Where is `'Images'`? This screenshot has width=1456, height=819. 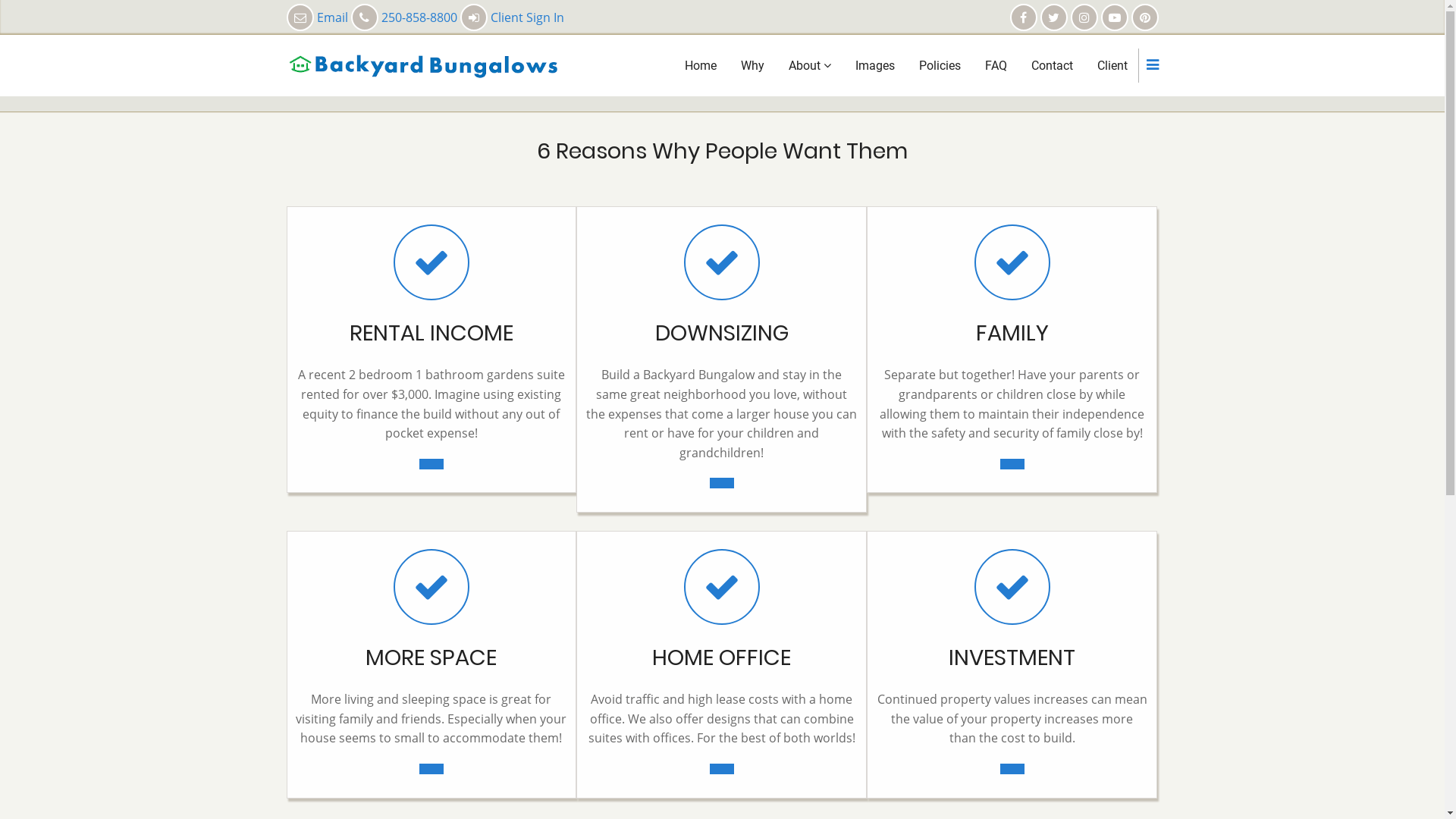
'Images' is located at coordinates (874, 65).